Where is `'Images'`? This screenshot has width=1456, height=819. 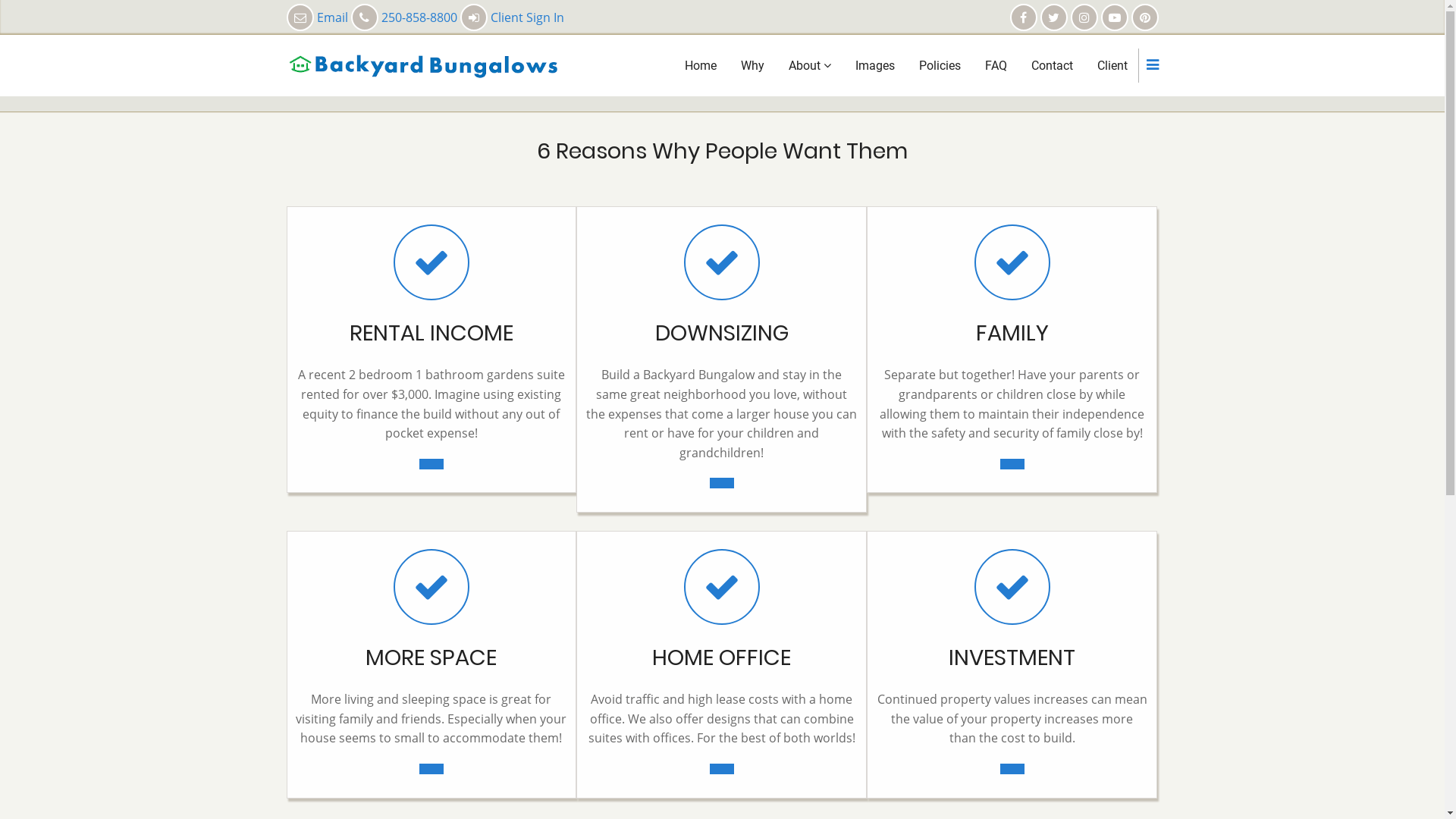
'Images' is located at coordinates (874, 65).